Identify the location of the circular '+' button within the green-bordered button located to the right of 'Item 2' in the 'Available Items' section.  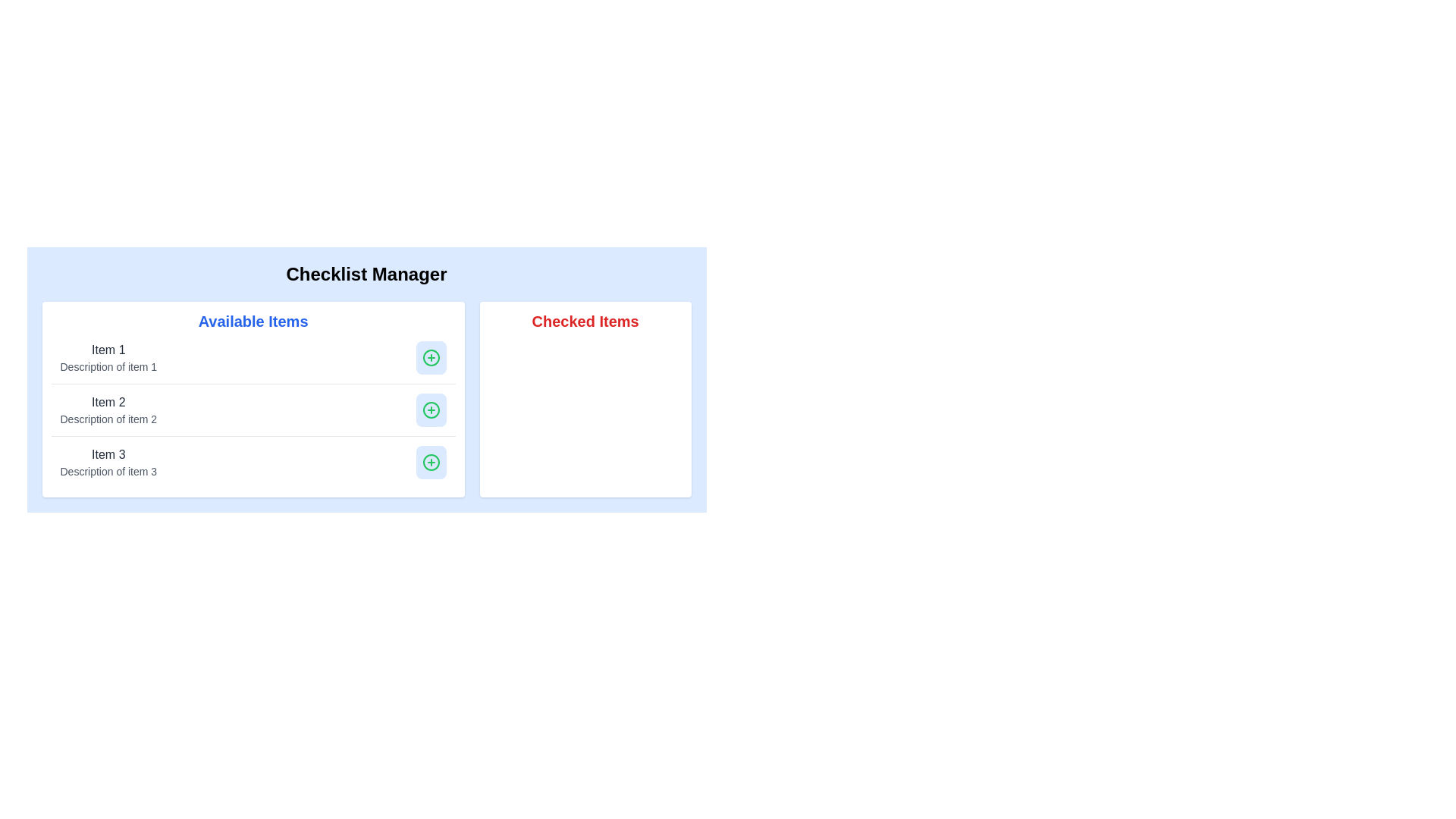
(430, 409).